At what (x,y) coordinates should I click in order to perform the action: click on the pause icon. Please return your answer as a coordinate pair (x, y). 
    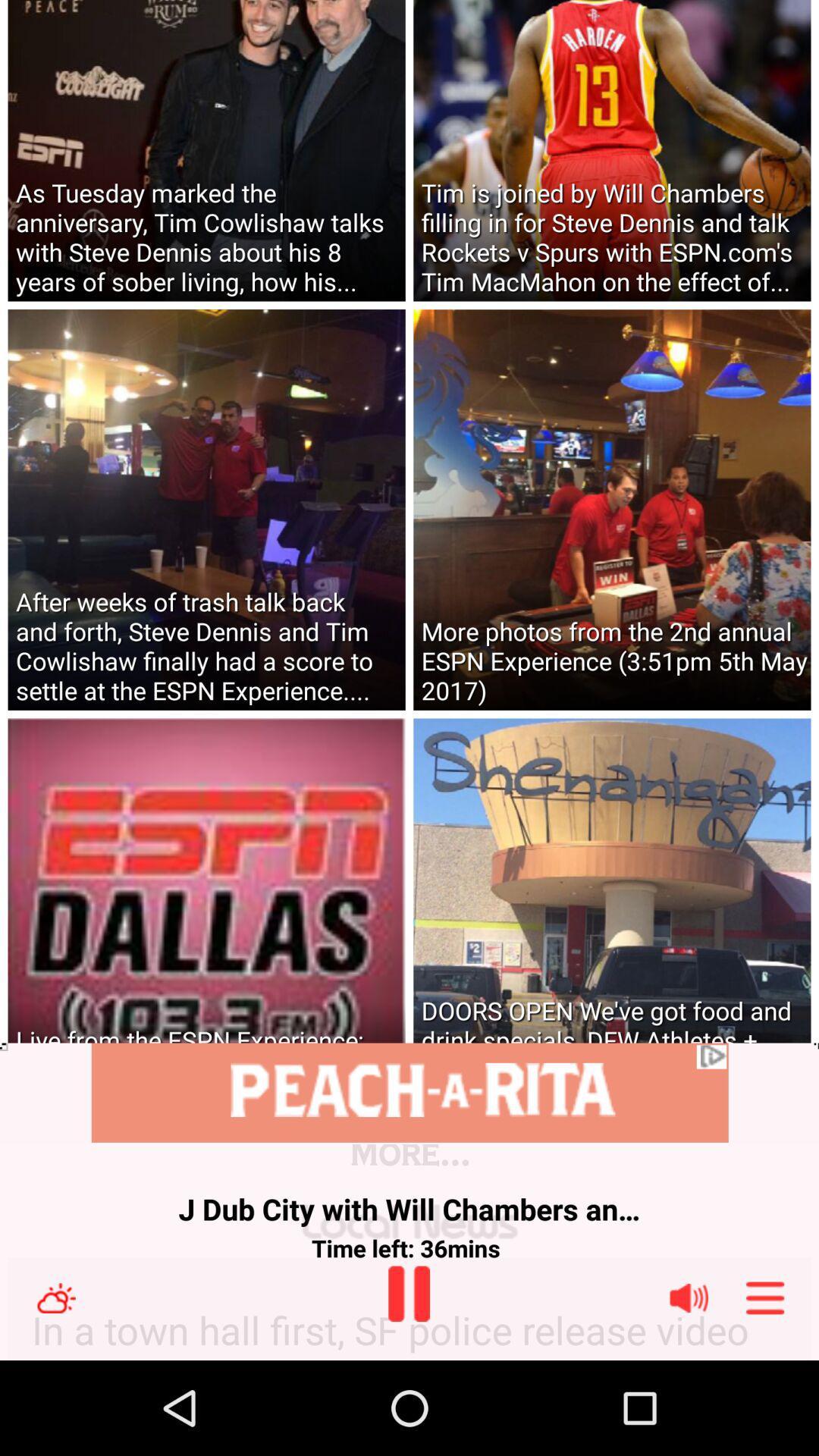
    Looking at the image, I should click on (408, 1385).